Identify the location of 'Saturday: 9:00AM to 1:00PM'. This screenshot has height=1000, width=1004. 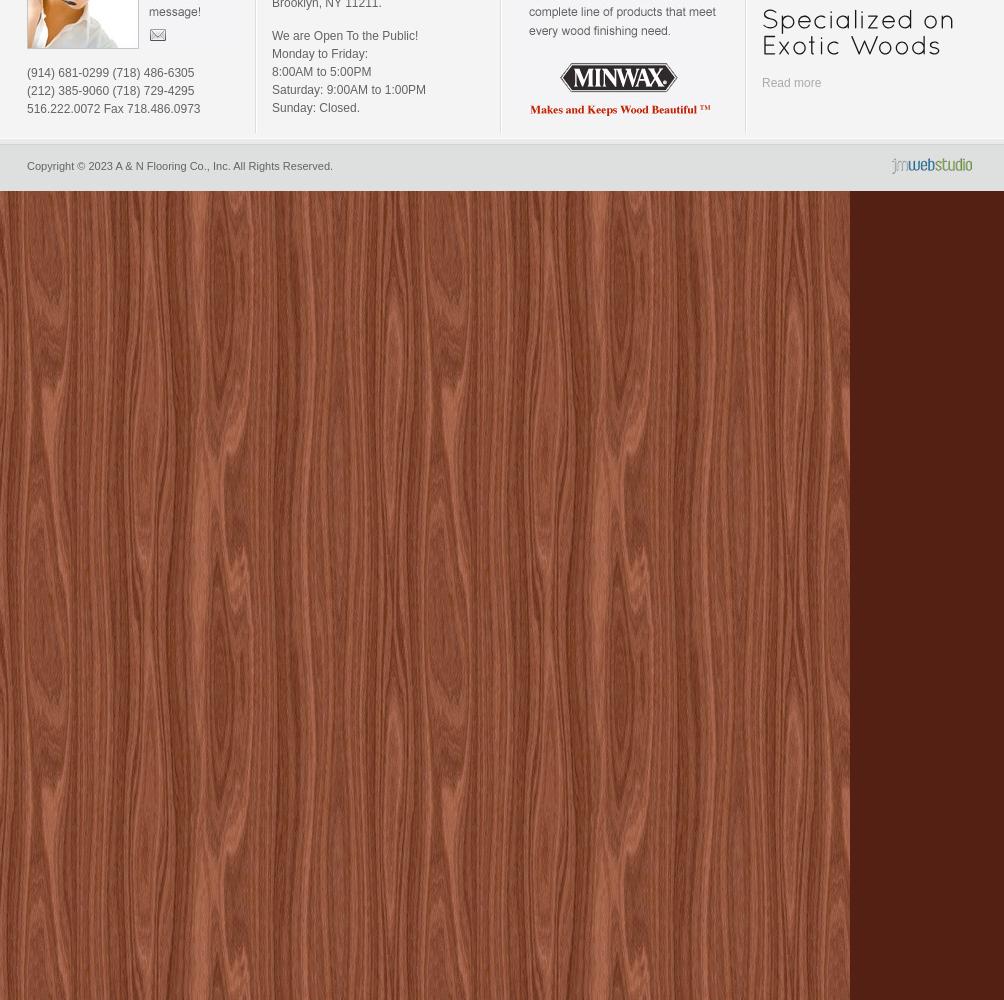
(348, 89).